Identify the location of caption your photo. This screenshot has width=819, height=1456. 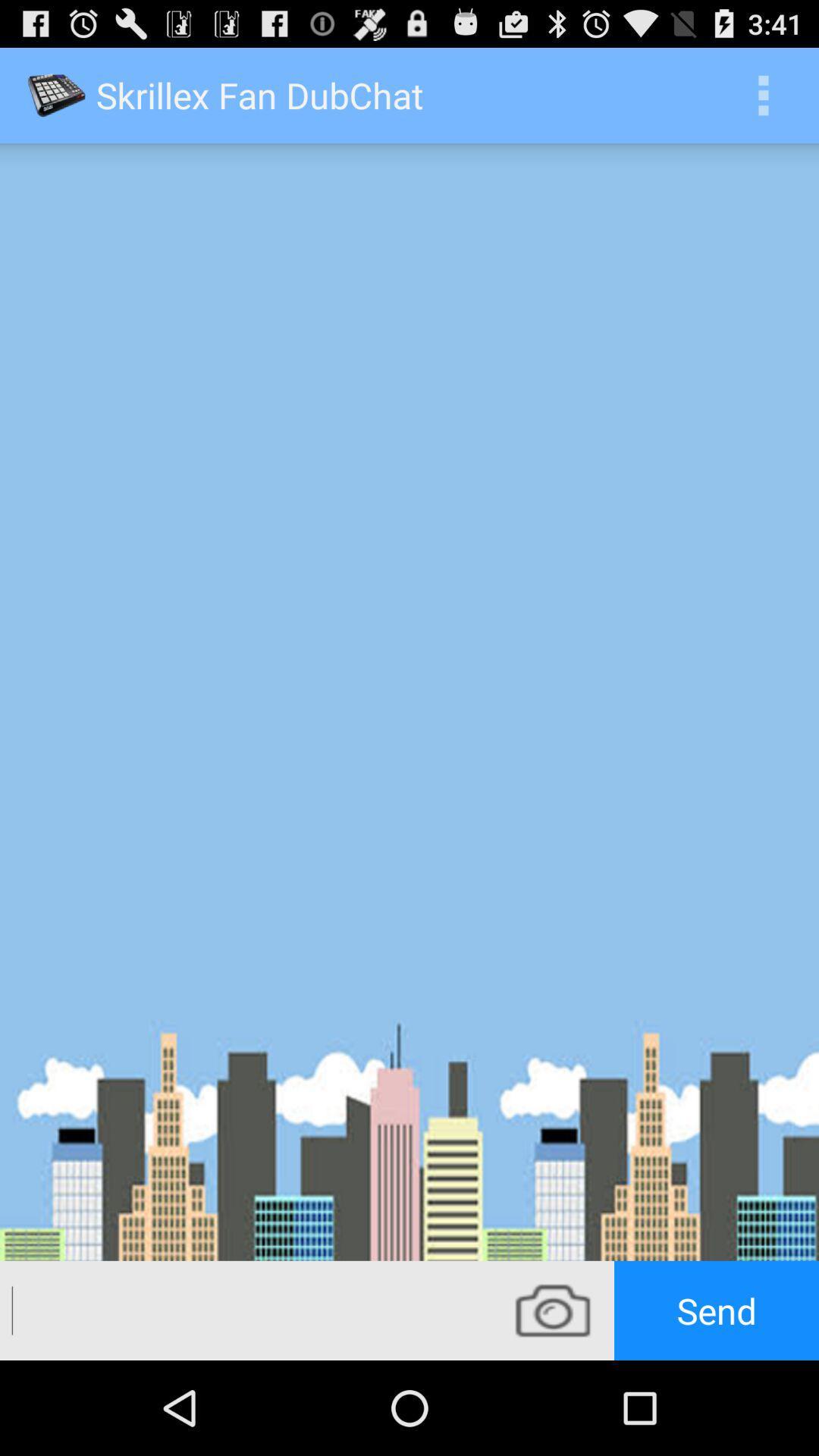
(245, 1310).